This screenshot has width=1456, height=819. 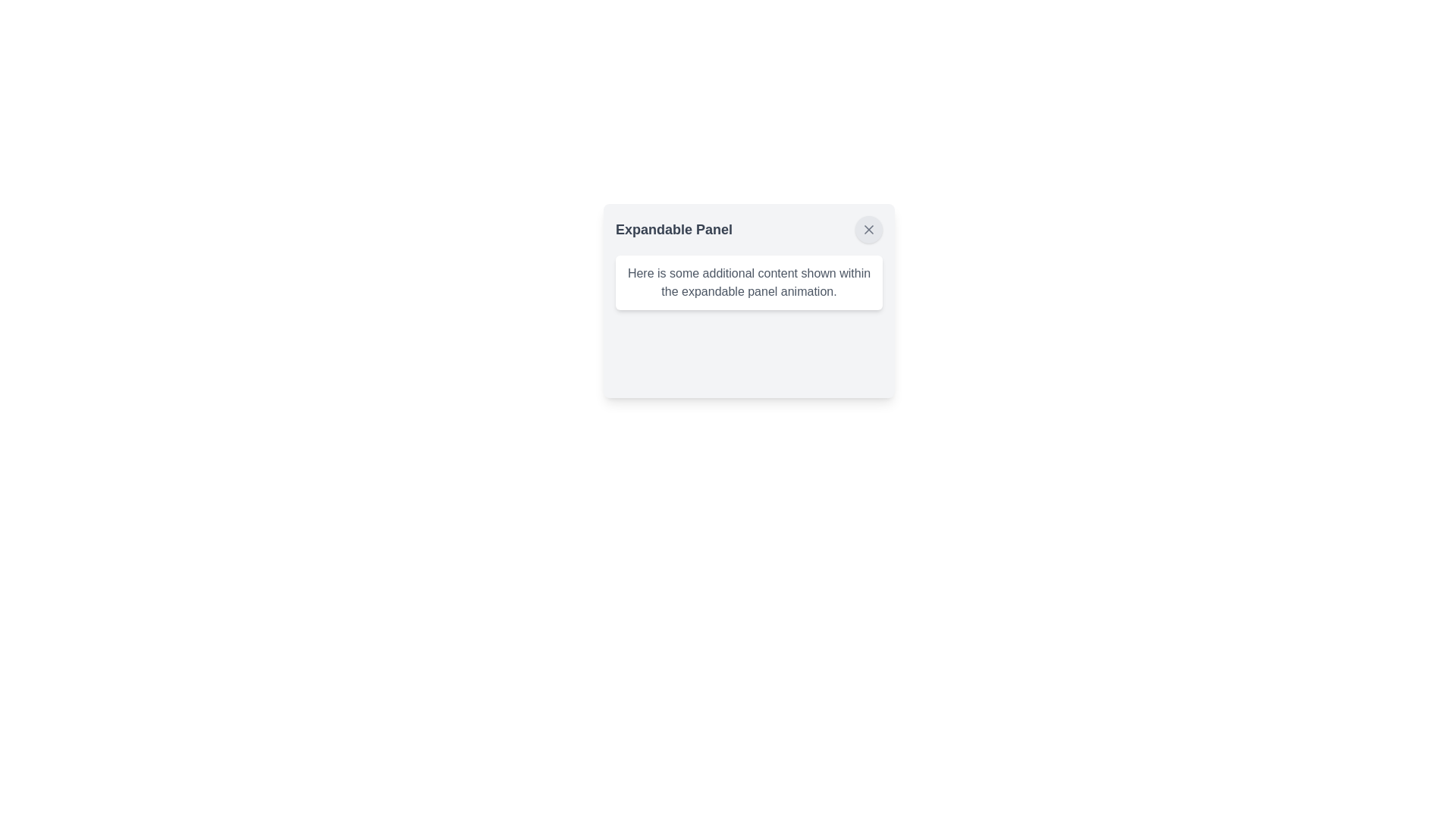 I want to click on the close button located at the top-right corner of the 'Expandable Panel', so click(x=869, y=230).